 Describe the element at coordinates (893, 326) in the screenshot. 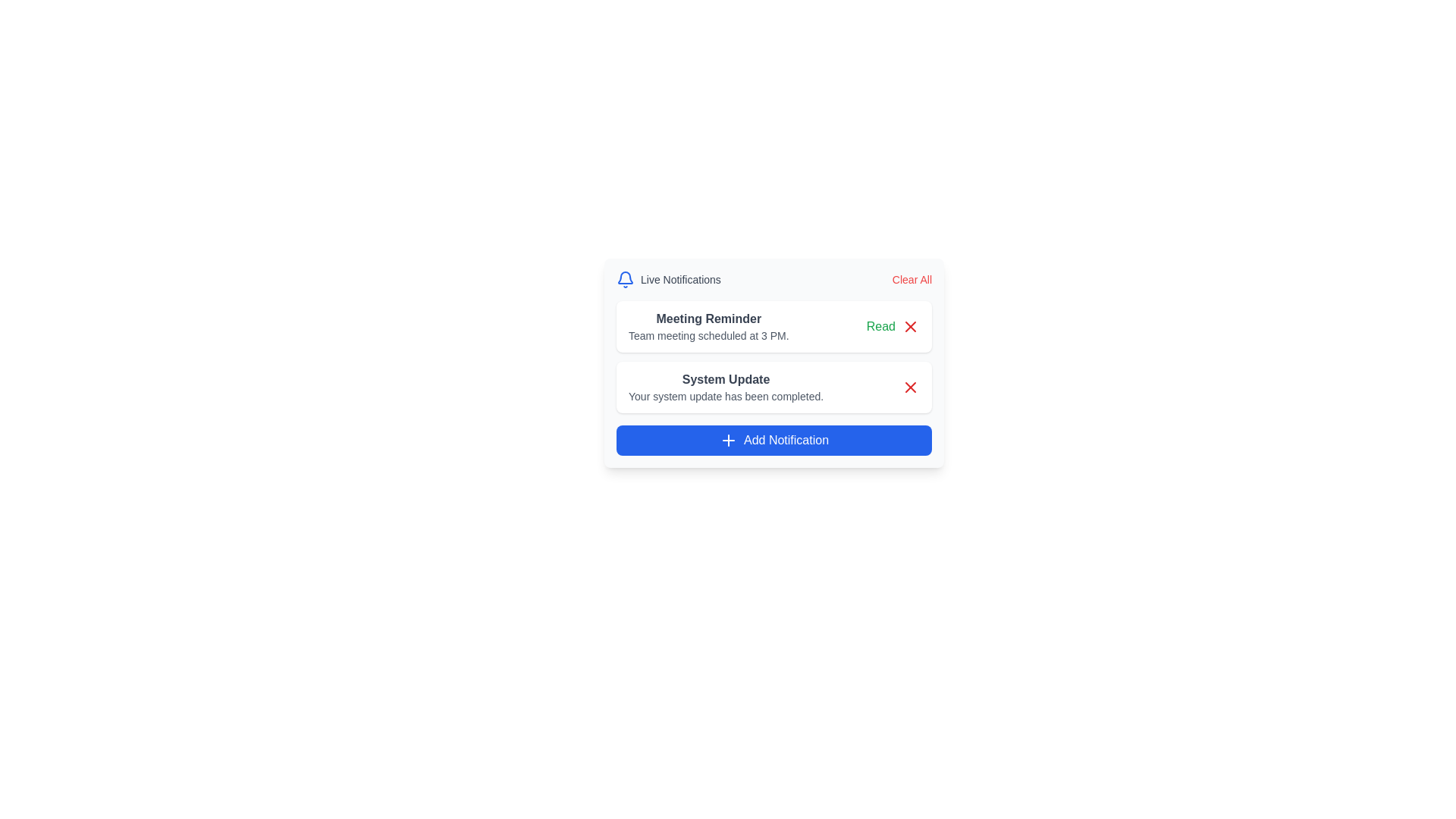

I see `the 'Read' text element, styled in green, within the 'Meeting Reminder' notification card` at that location.